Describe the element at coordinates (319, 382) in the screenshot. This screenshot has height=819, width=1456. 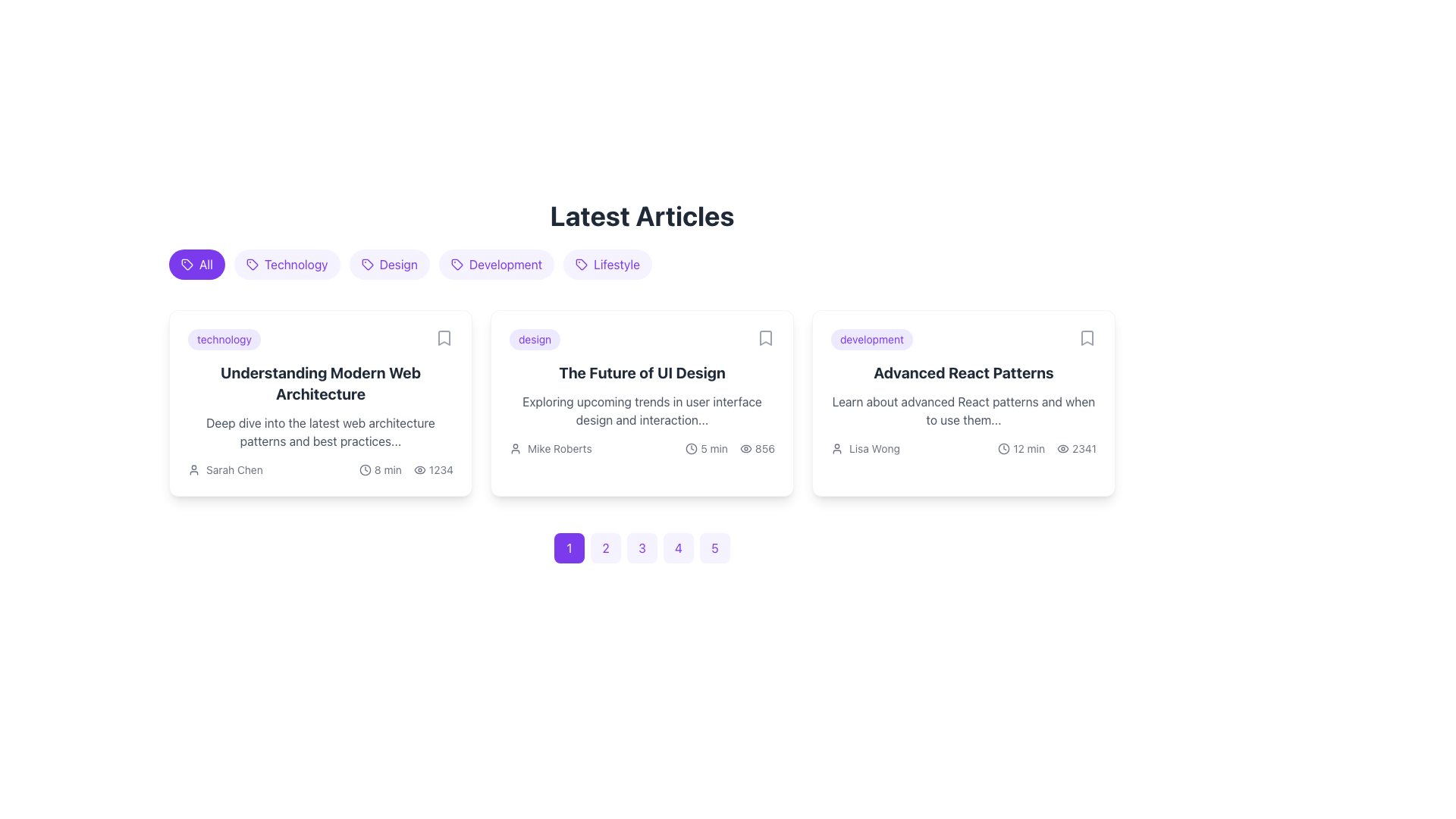
I see `the Heading text element located in the first article card under the 'Latest Articles' section, which serves as the title of the article and is positioned centrally above the summary paragraph` at that location.